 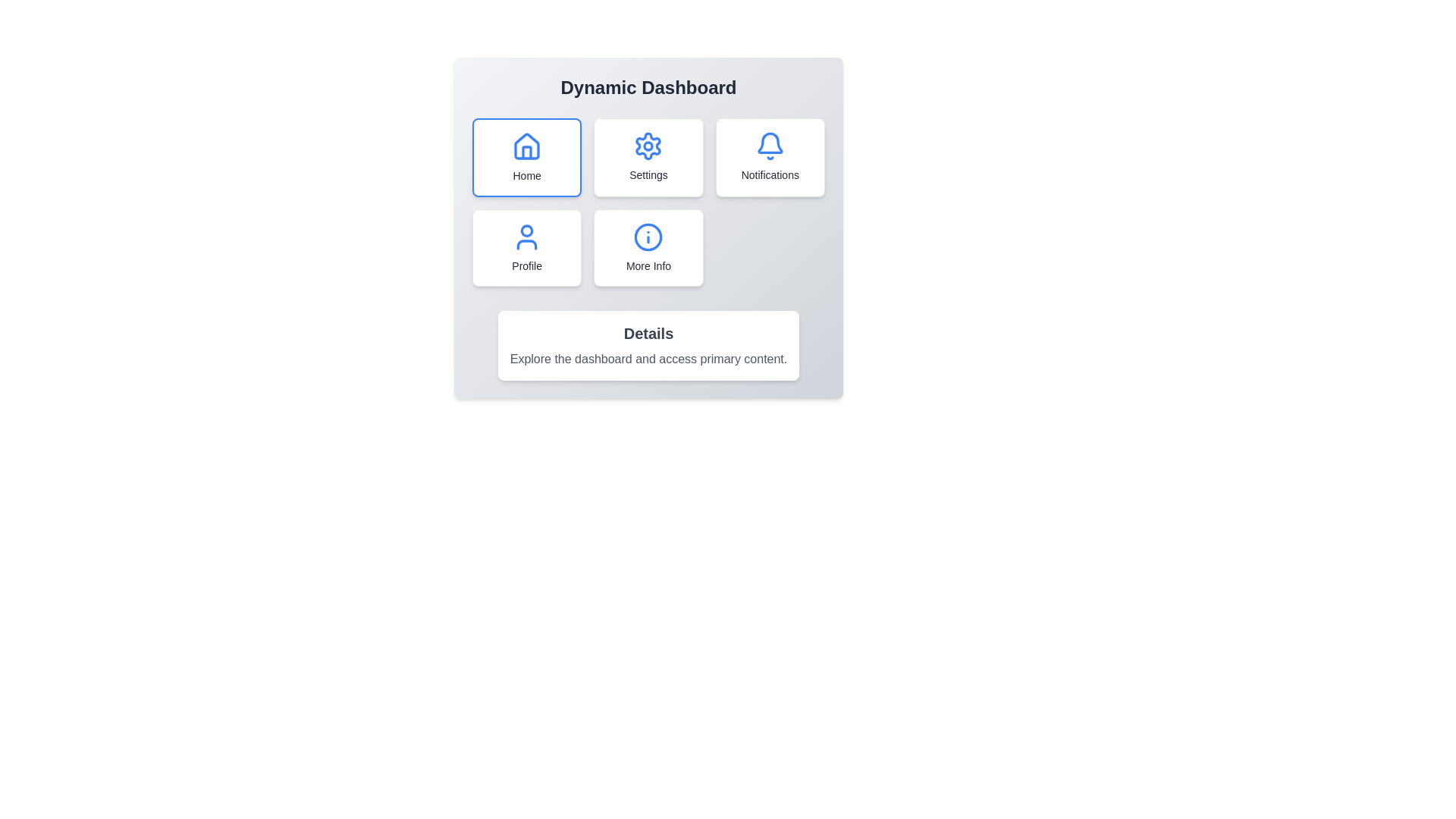 I want to click on the small circular shape located at the center of the gear icon representing settings in the dashboard interface, so click(x=648, y=146).